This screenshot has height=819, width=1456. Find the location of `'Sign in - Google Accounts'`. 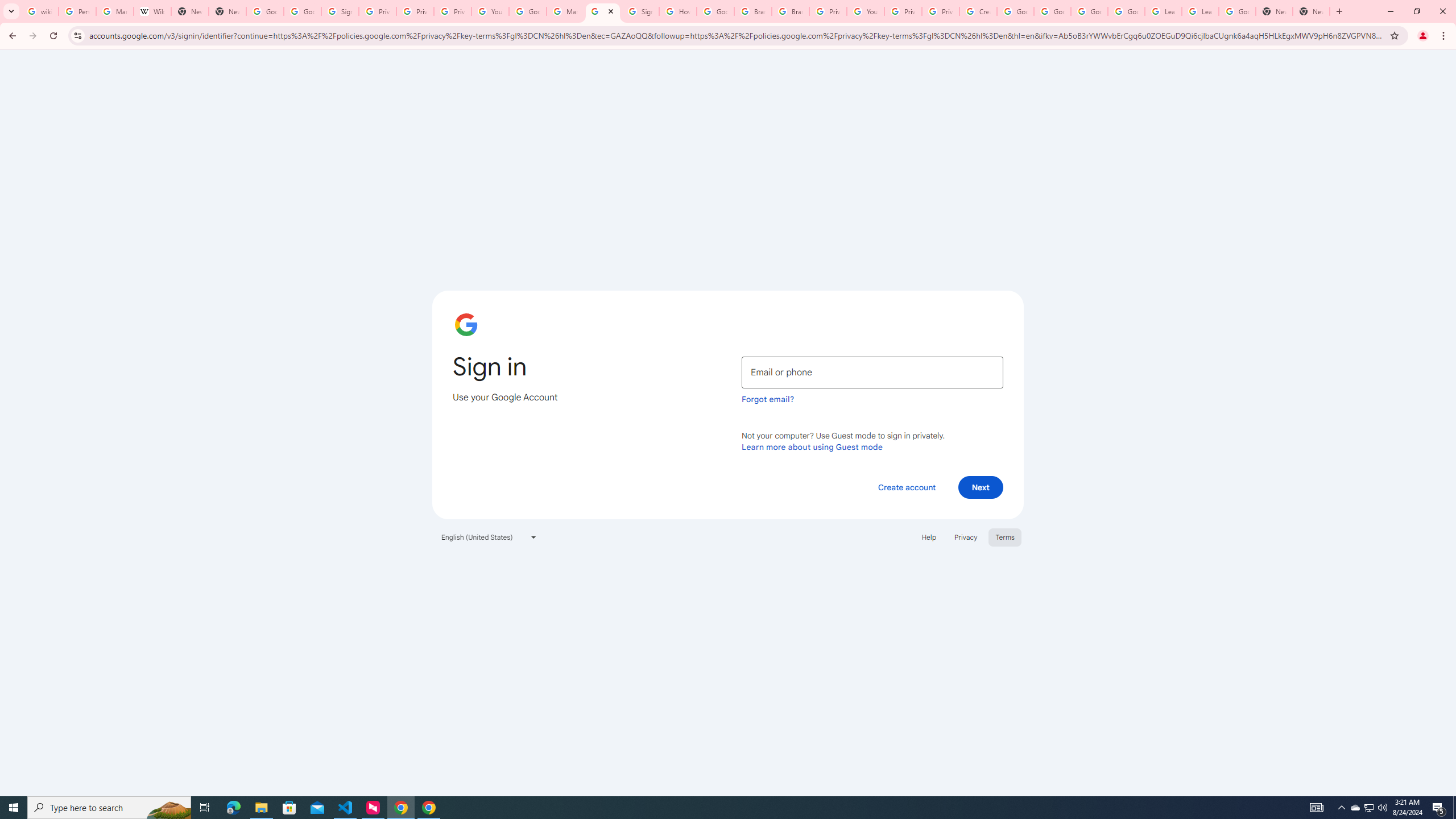

'Sign in - Google Accounts' is located at coordinates (640, 11).